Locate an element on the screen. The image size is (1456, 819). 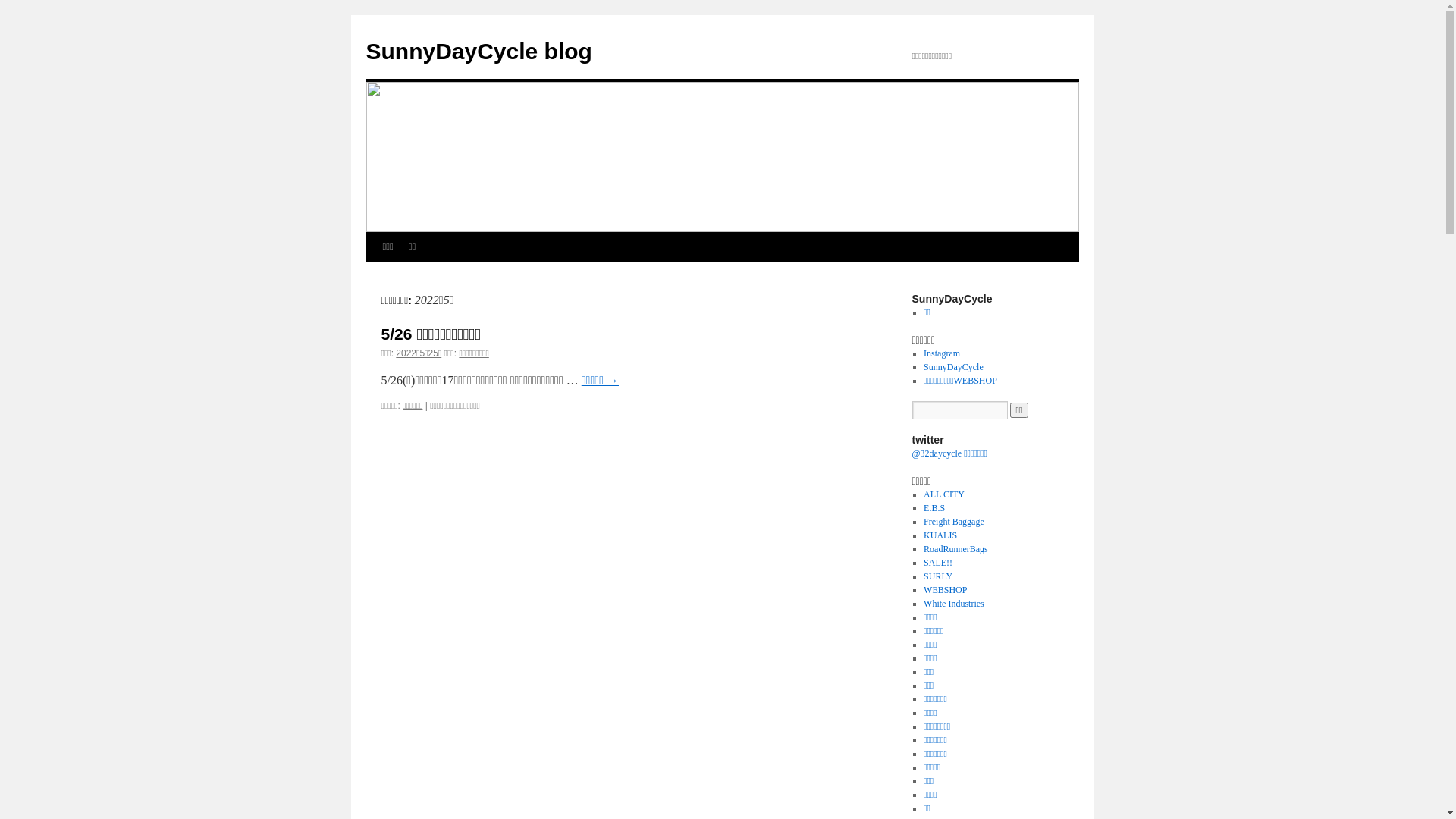
'RoadRunnerBags' is located at coordinates (955, 549).